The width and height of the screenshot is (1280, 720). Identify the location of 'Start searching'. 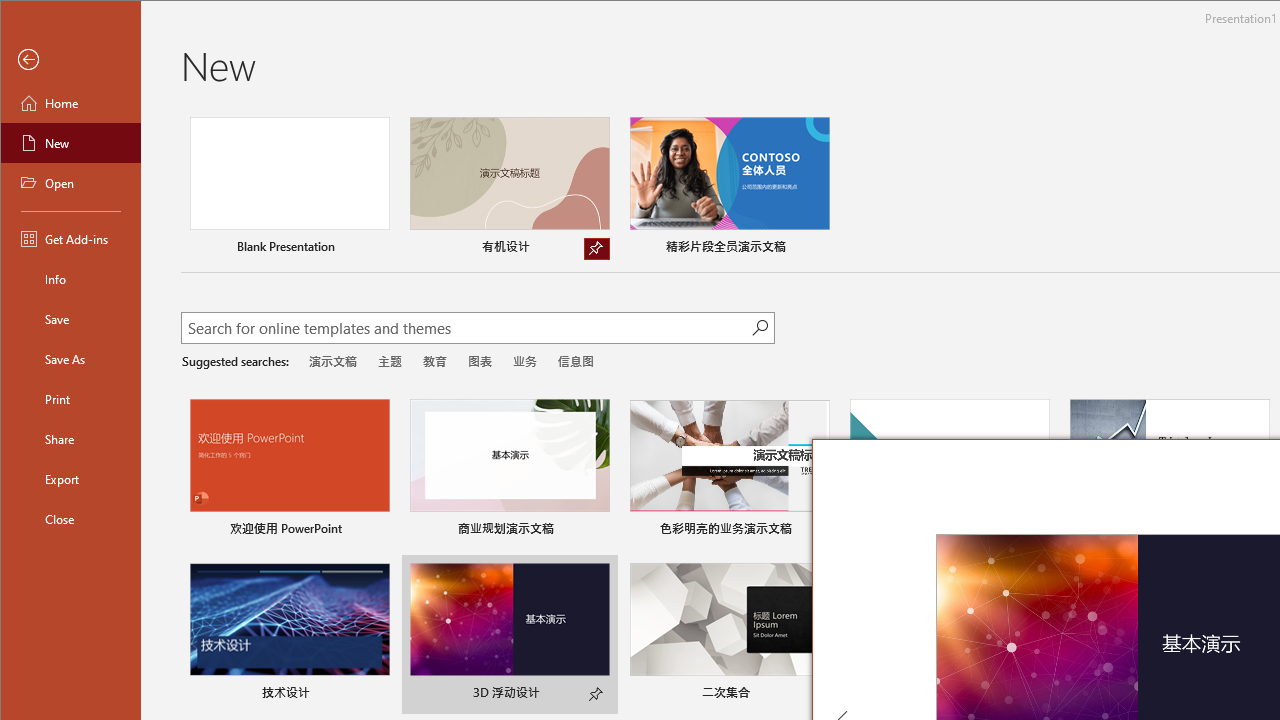
(759, 326).